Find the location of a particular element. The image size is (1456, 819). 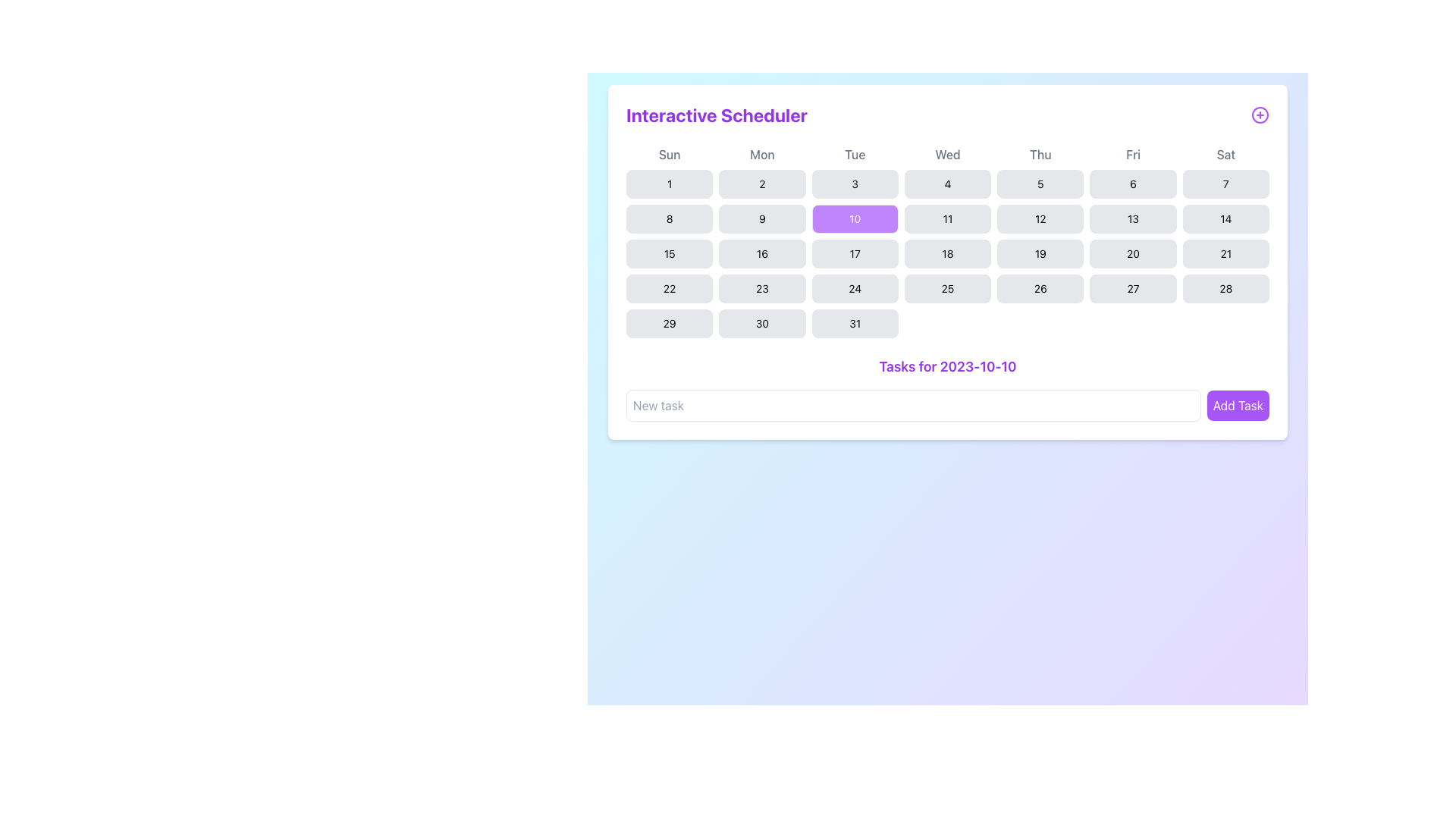

the interactive calendar day button labeled '27' is located at coordinates (1133, 289).